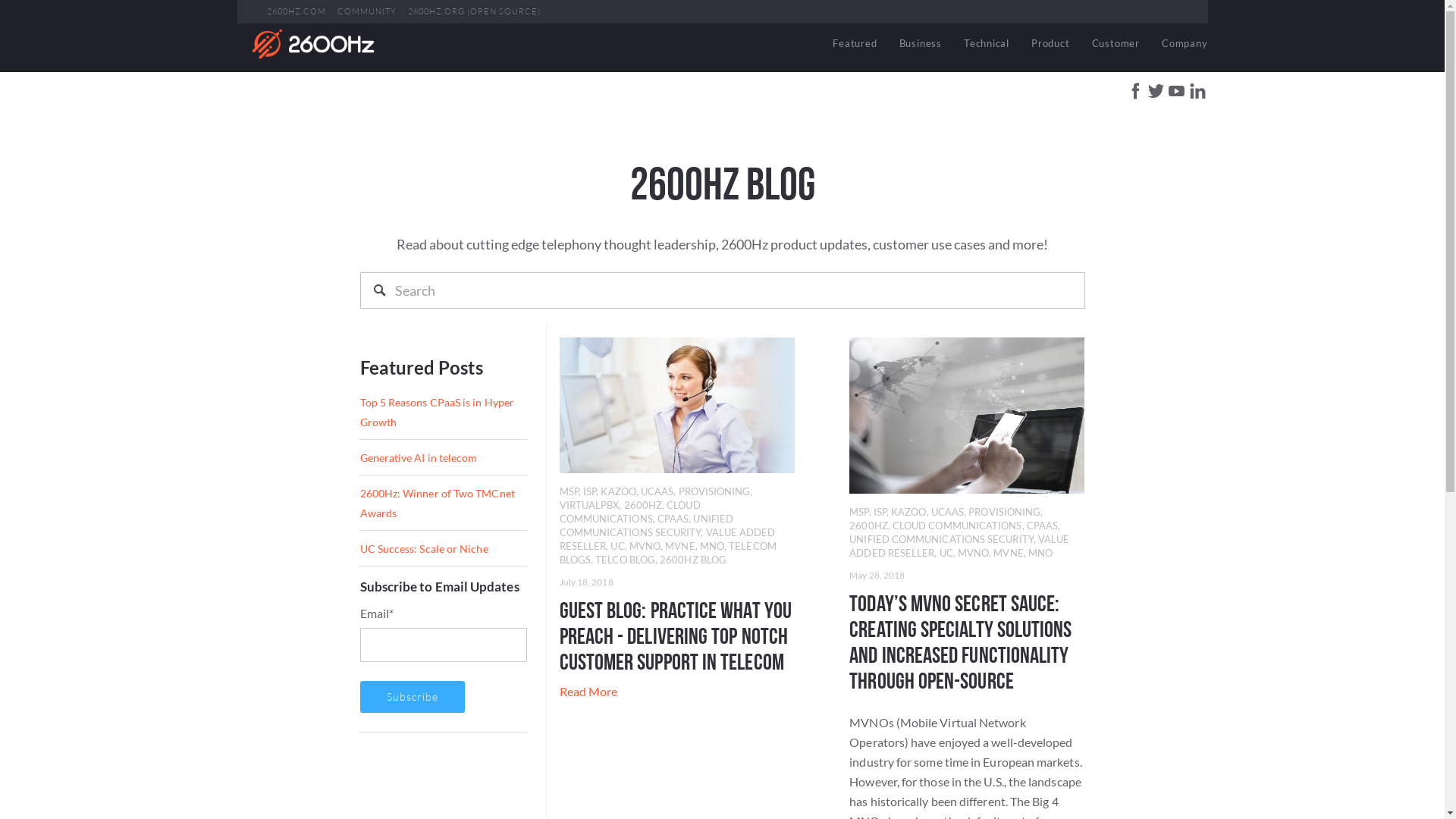  Describe the element at coordinates (418, 457) in the screenshot. I see `'Generative AI in telecom'` at that location.